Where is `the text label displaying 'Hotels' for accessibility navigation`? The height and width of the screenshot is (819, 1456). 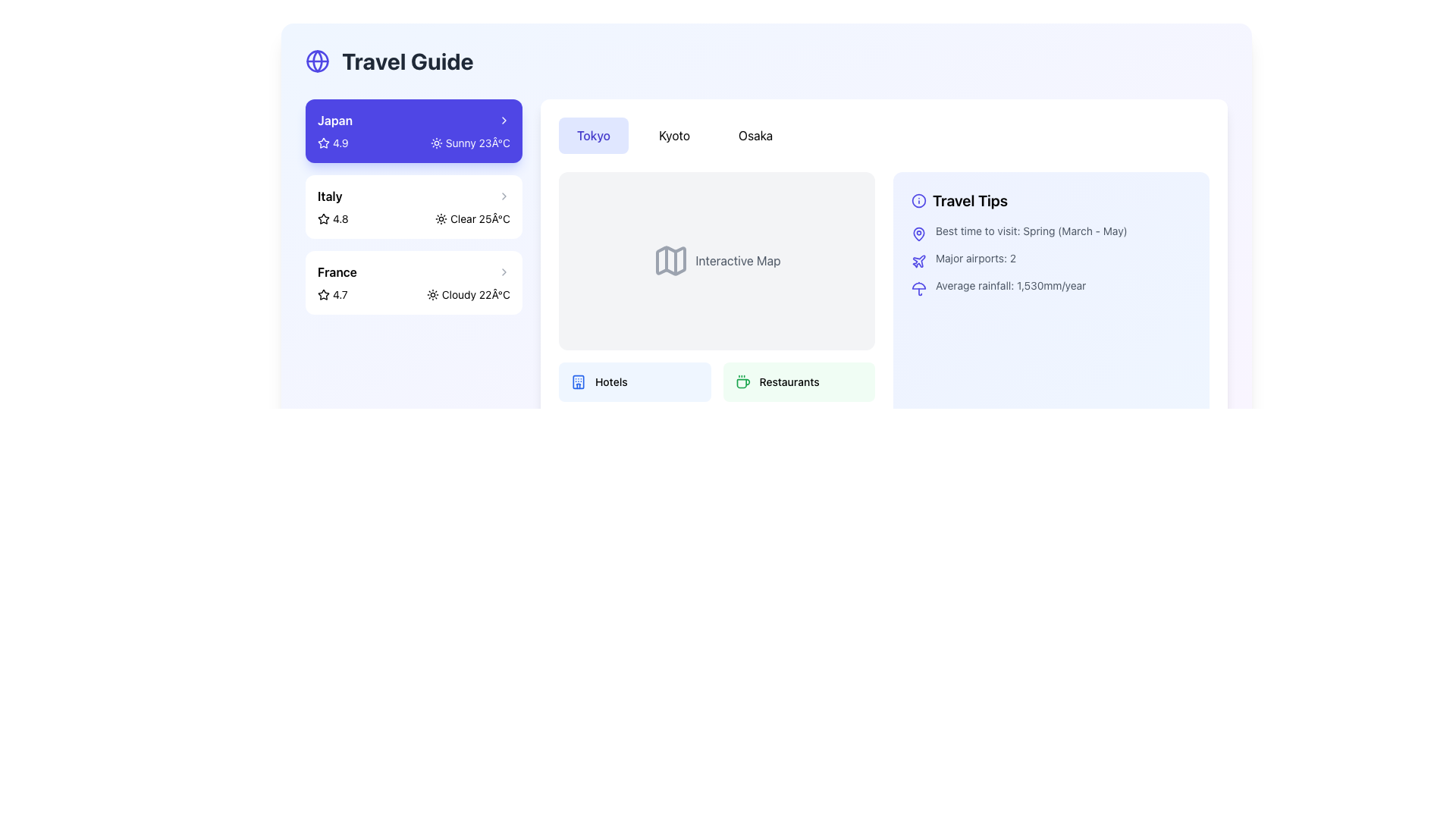
the text label displaying 'Hotels' for accessibility navigation is located at coordinates (611, 381).